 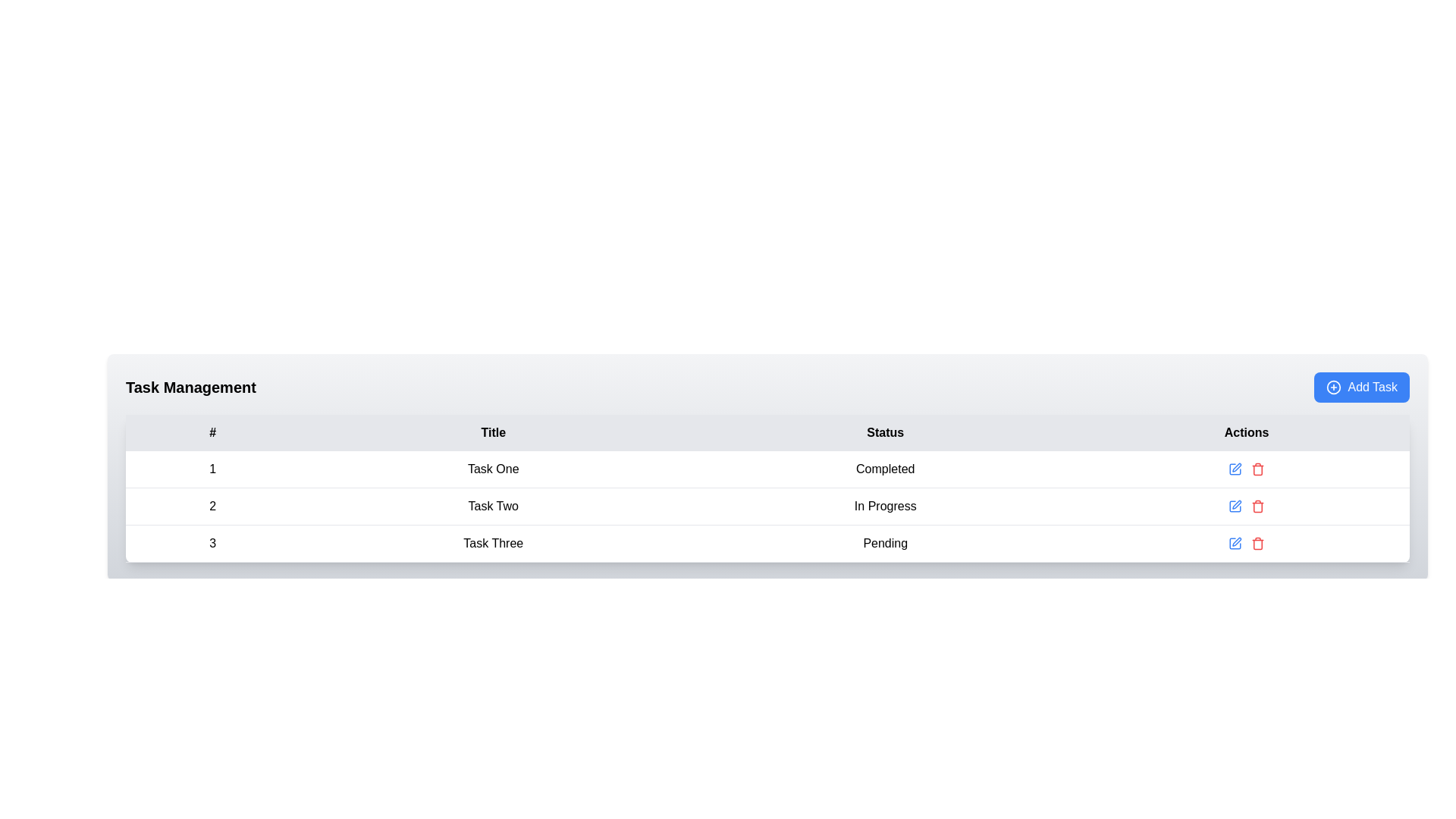 What do you see at coordinates (212, 432) in the screenshot?
I see `the static text label that serves as the header for the first column of the table, which is located in the top left quadrant of the table layout` at bounding box center [212, 432].